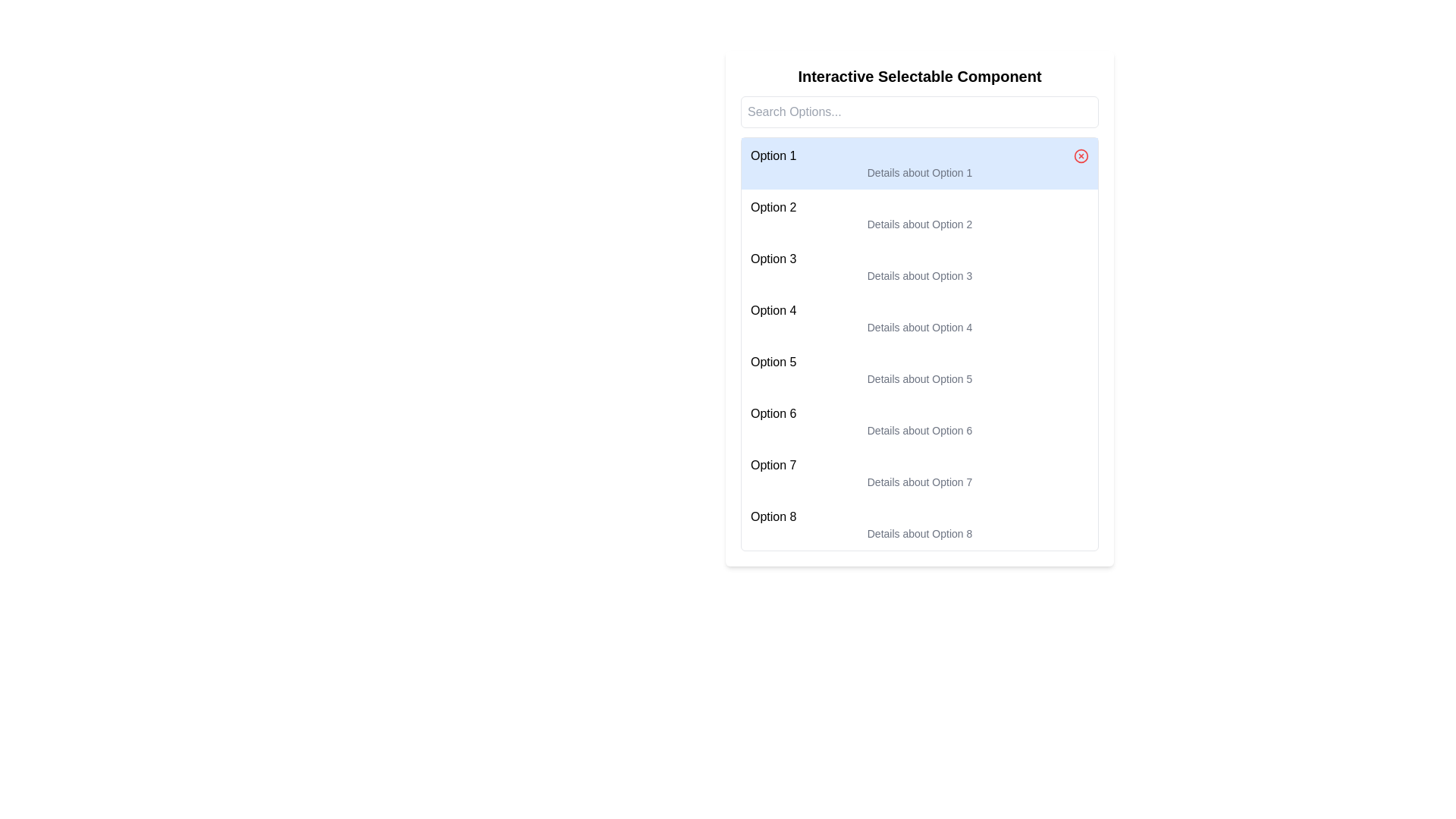 Image resolution: width=1456 pixels, height=819 pixels. Describe the element at coordinates (919, 370) in the screenshot. I see `the list item displaying 'Option 5'` at that location.